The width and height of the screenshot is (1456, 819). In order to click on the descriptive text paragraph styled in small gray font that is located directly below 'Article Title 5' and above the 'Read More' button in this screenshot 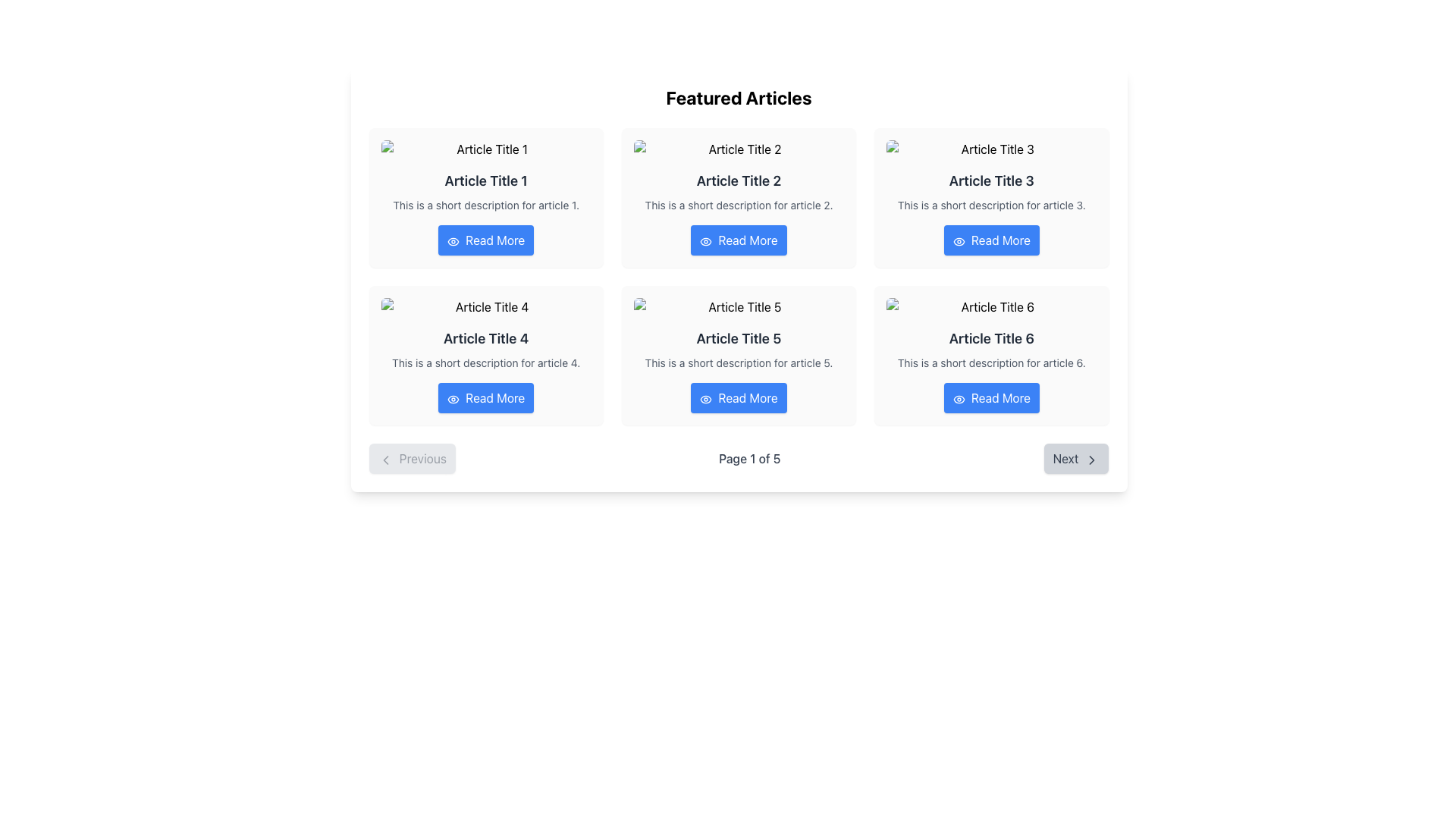, I will do `click(739, 362)`.